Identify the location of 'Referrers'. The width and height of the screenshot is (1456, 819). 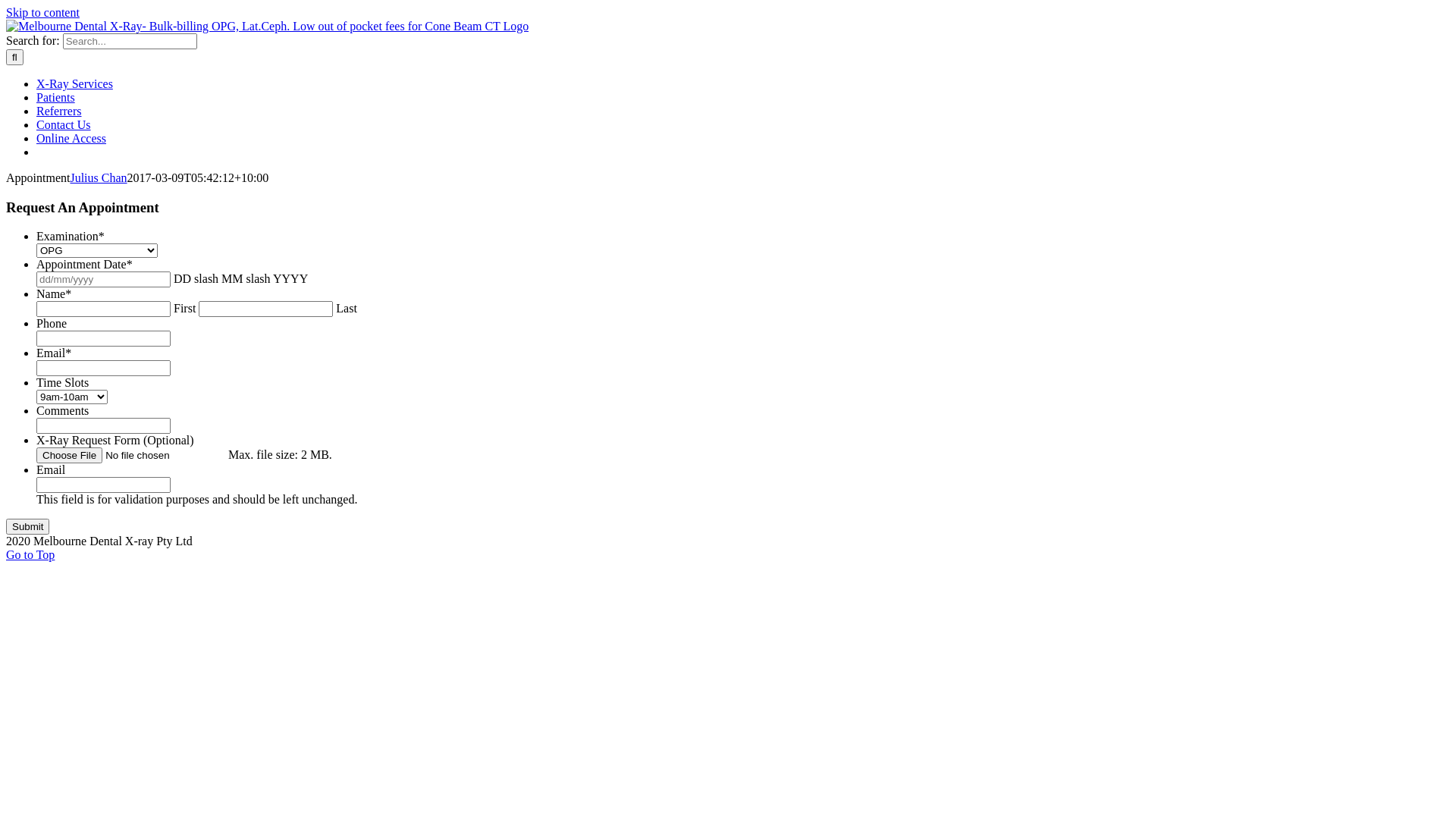
(58, 110).